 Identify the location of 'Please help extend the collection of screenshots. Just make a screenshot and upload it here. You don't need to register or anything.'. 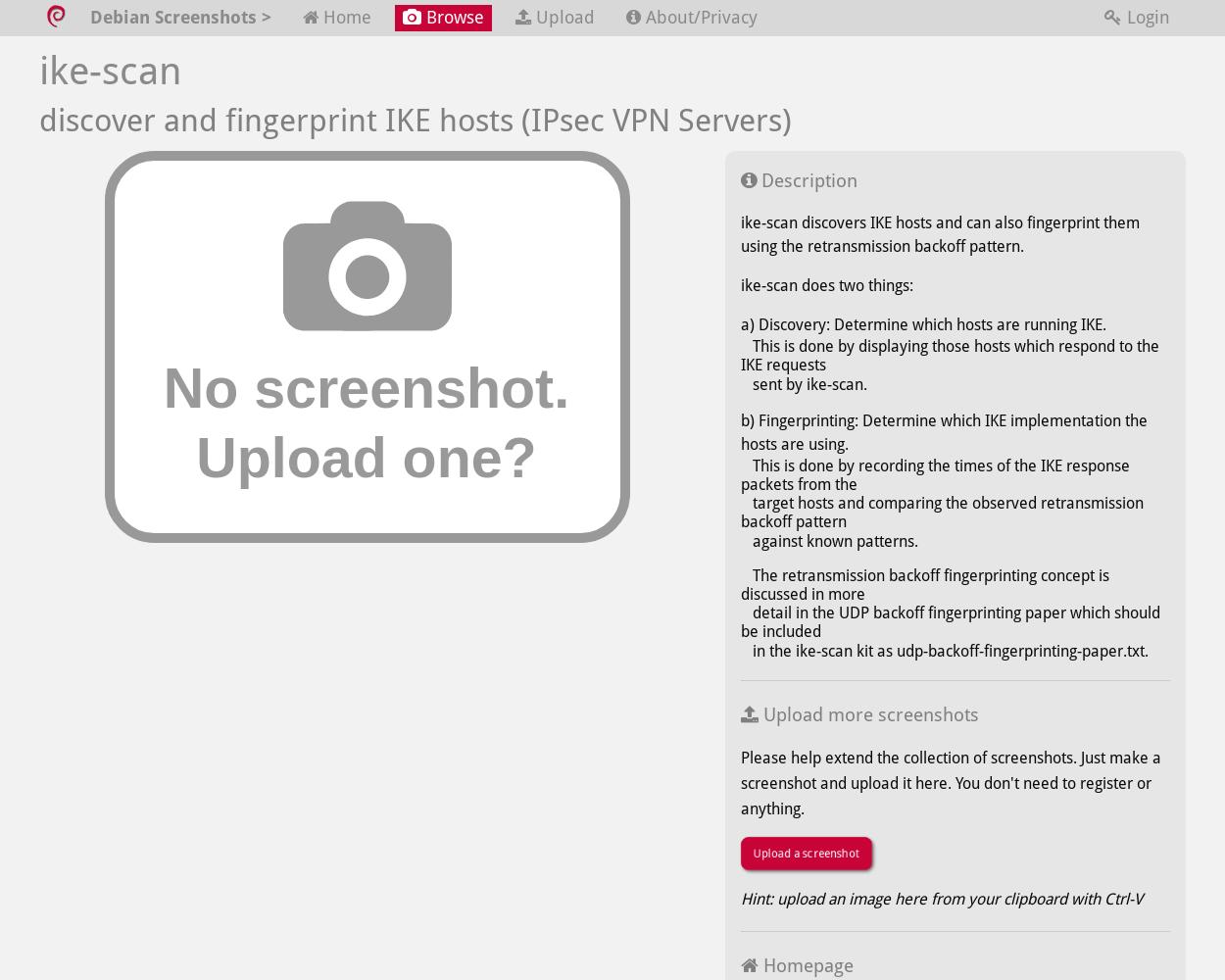
(950, 783).